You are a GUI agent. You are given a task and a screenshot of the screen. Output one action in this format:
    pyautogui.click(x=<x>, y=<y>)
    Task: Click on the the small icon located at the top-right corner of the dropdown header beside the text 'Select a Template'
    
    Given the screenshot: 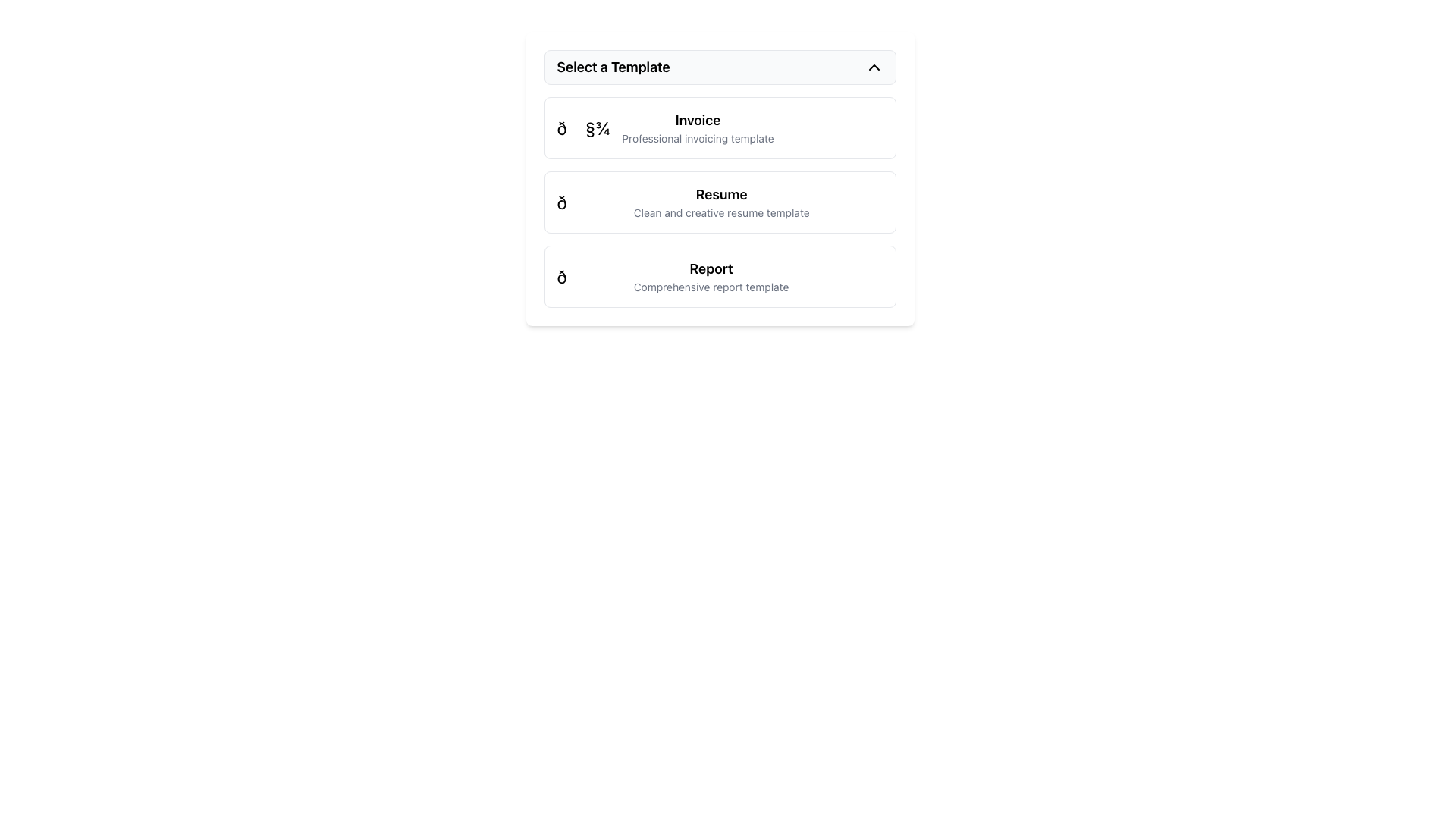 What is the action you would take?
    pyautogui.click(x=874, y=66)
    